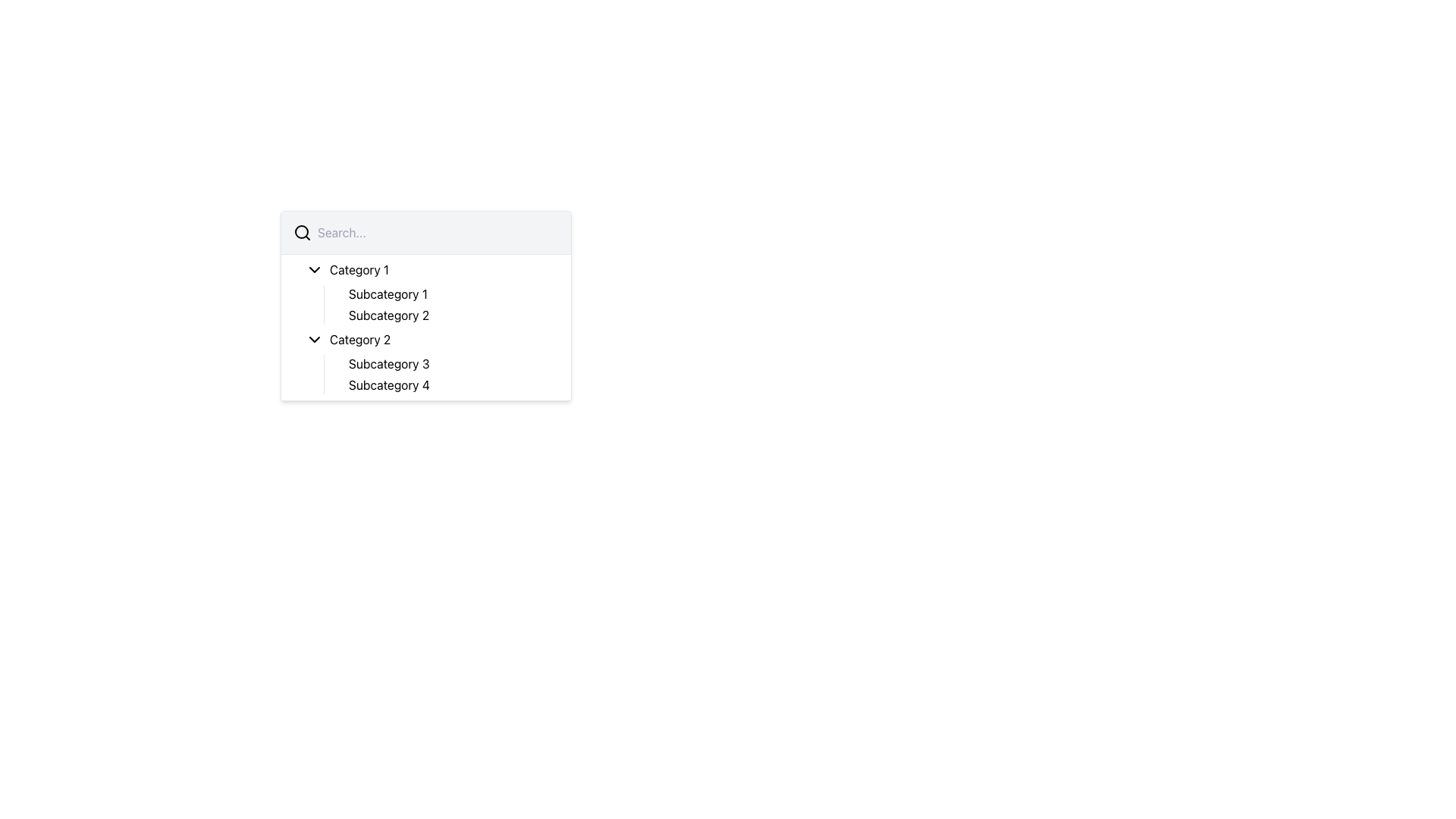 This screenshot has height=819, width=1456. Describe the element at coordinates (431, 268) in the screenshot. I see `the 'Category 1' dropdown toggle` at that location.